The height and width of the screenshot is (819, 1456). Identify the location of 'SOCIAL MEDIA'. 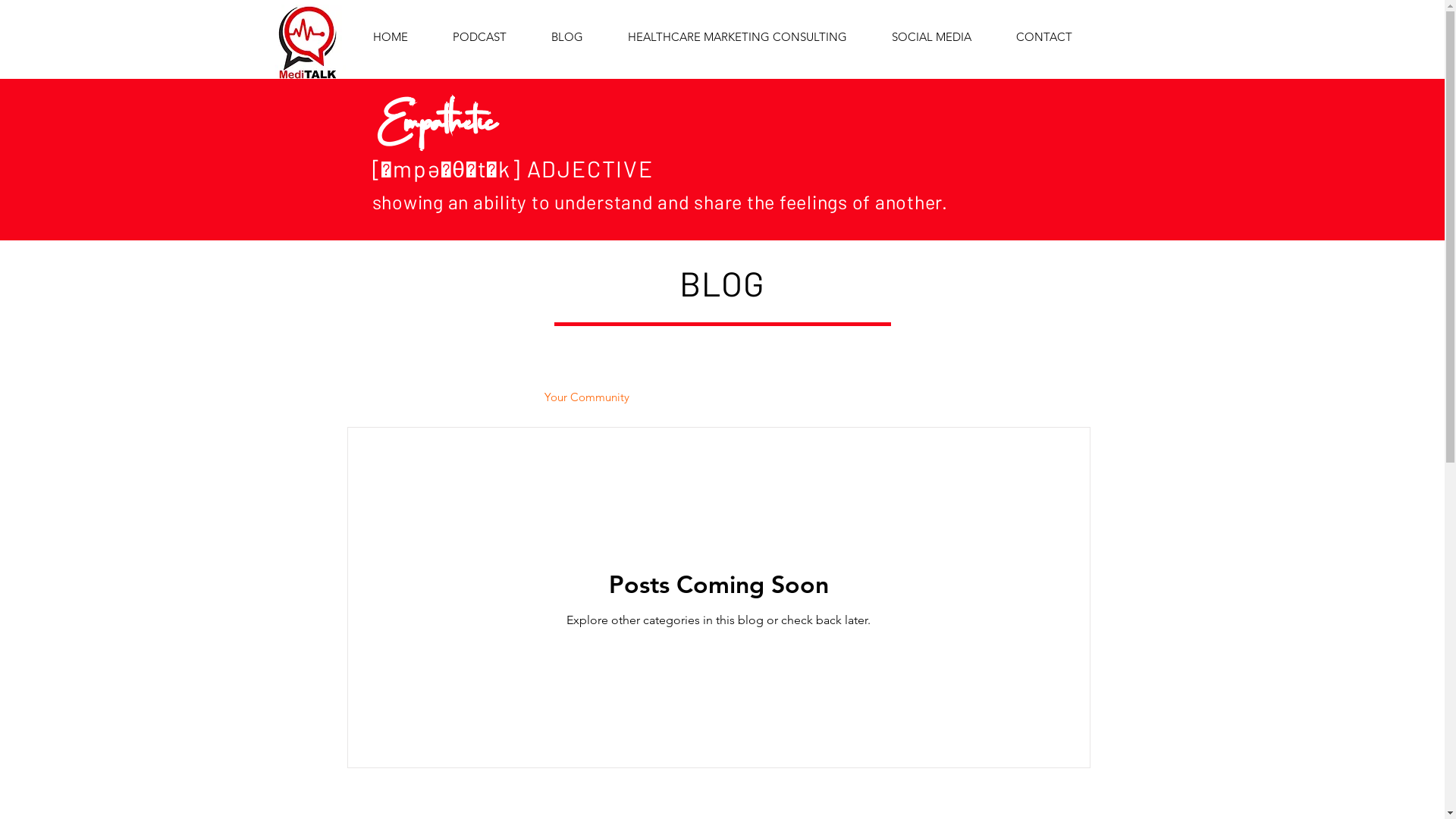
(930, 36).